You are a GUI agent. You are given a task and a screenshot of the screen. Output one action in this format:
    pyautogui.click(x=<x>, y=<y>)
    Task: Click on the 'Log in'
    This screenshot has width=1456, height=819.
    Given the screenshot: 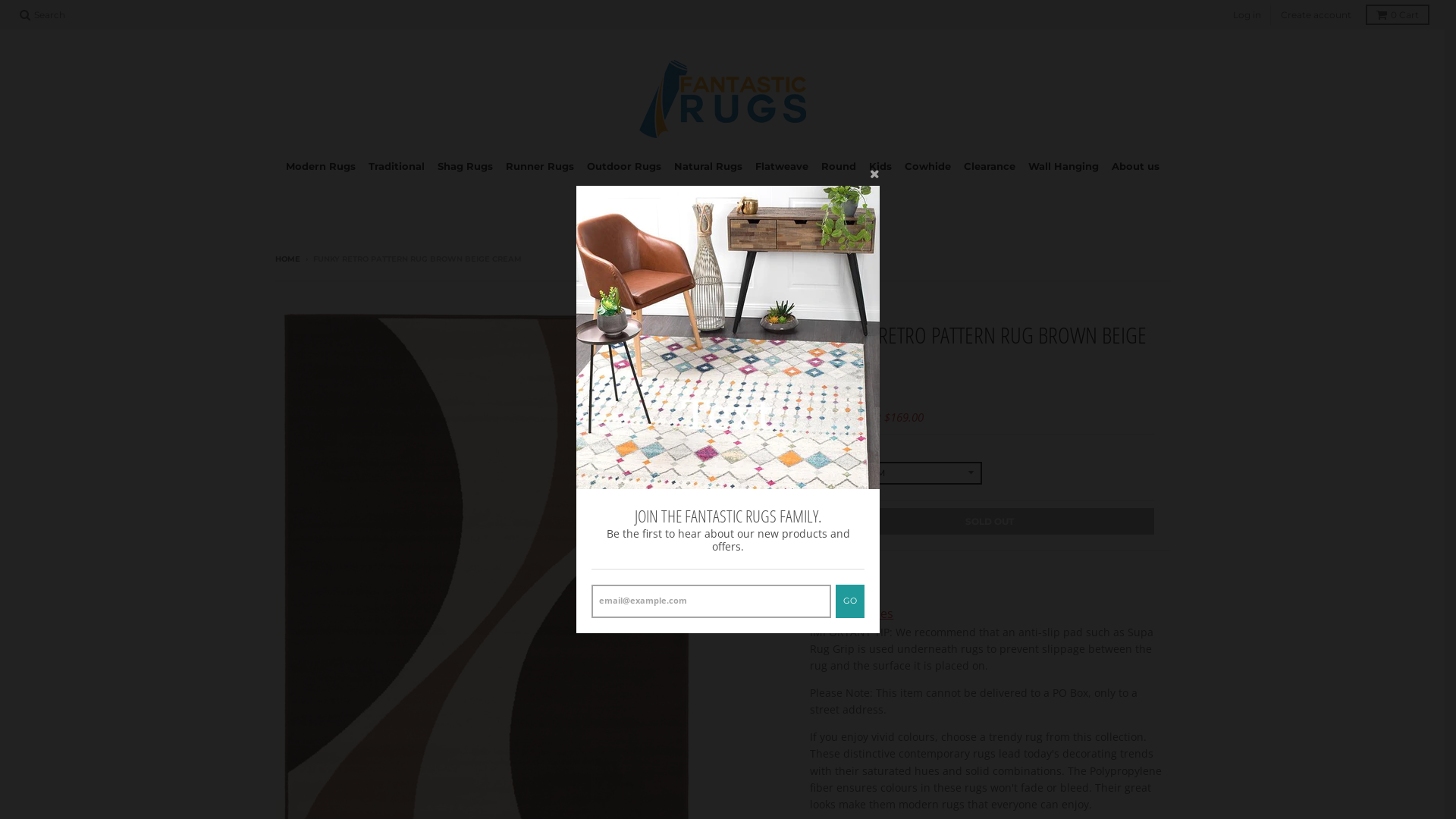 What is the action you would take?
    pyautogui.click(x=1228, y=14)
    